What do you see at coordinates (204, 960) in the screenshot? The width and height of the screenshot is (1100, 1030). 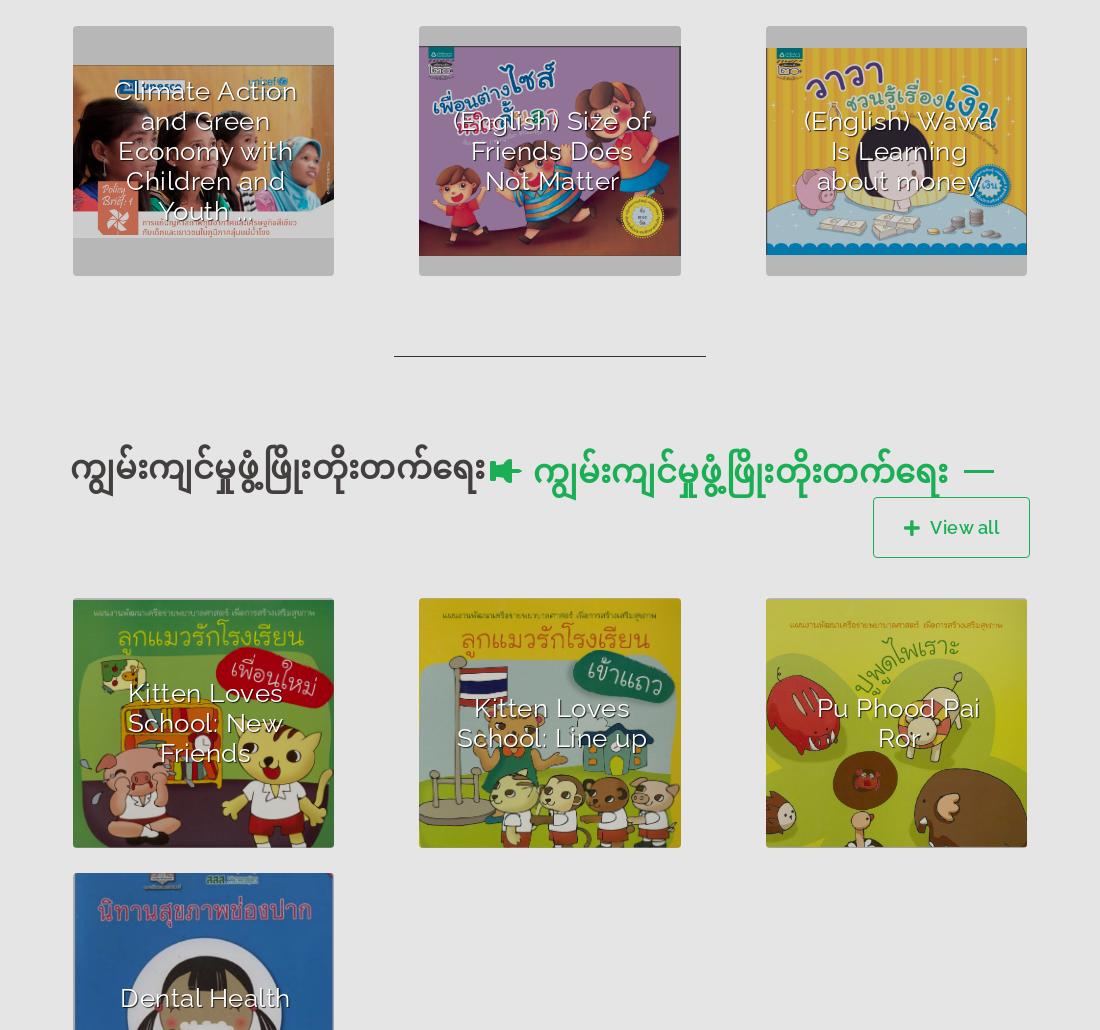 I see `'Author : Pratum Ma Ta Daeng  Project Leader who prepared storybooks'` at bounding box center [204, 960].